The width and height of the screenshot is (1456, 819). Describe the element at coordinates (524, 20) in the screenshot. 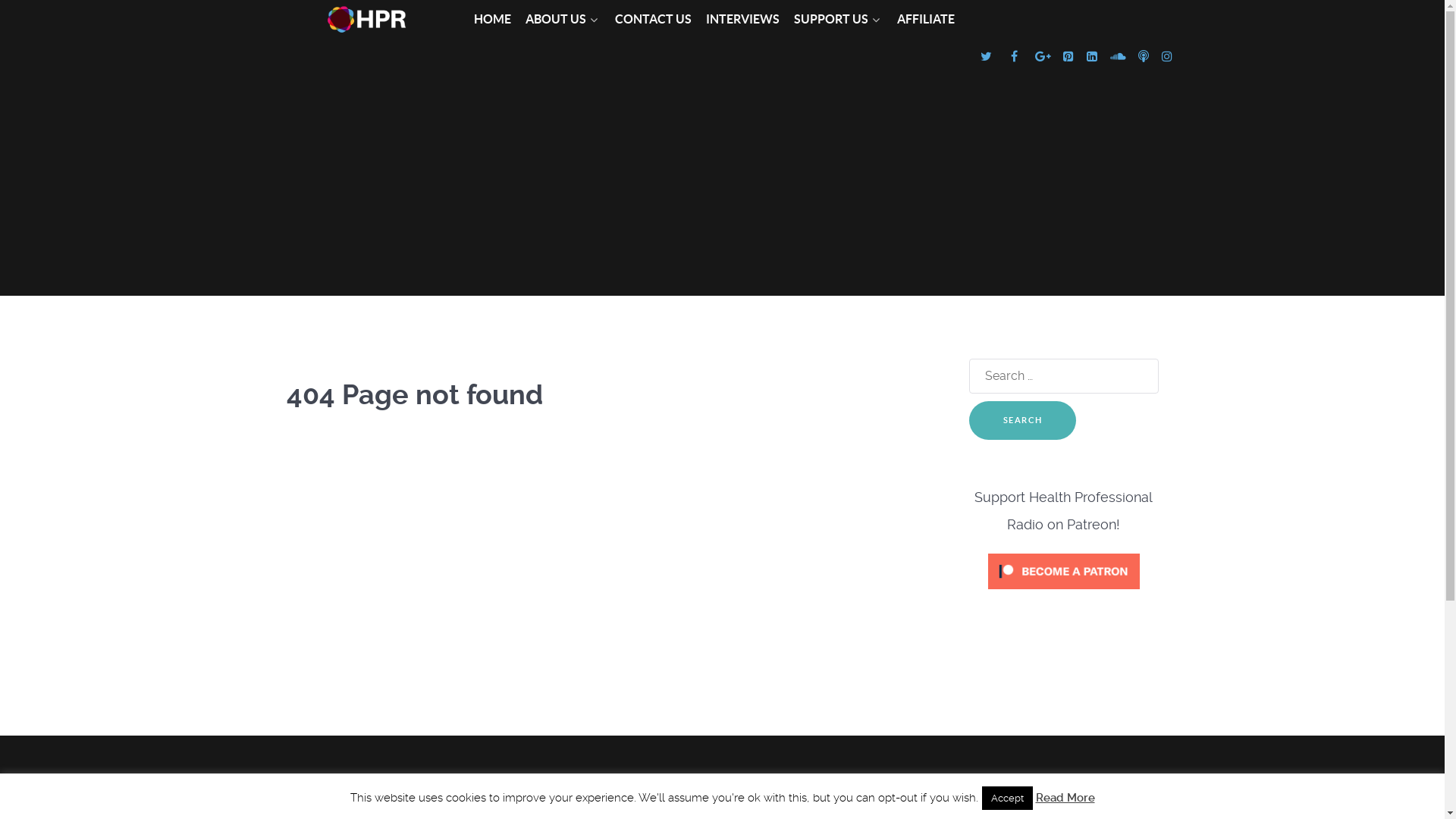

I see `'ABOUT US'` at that location.